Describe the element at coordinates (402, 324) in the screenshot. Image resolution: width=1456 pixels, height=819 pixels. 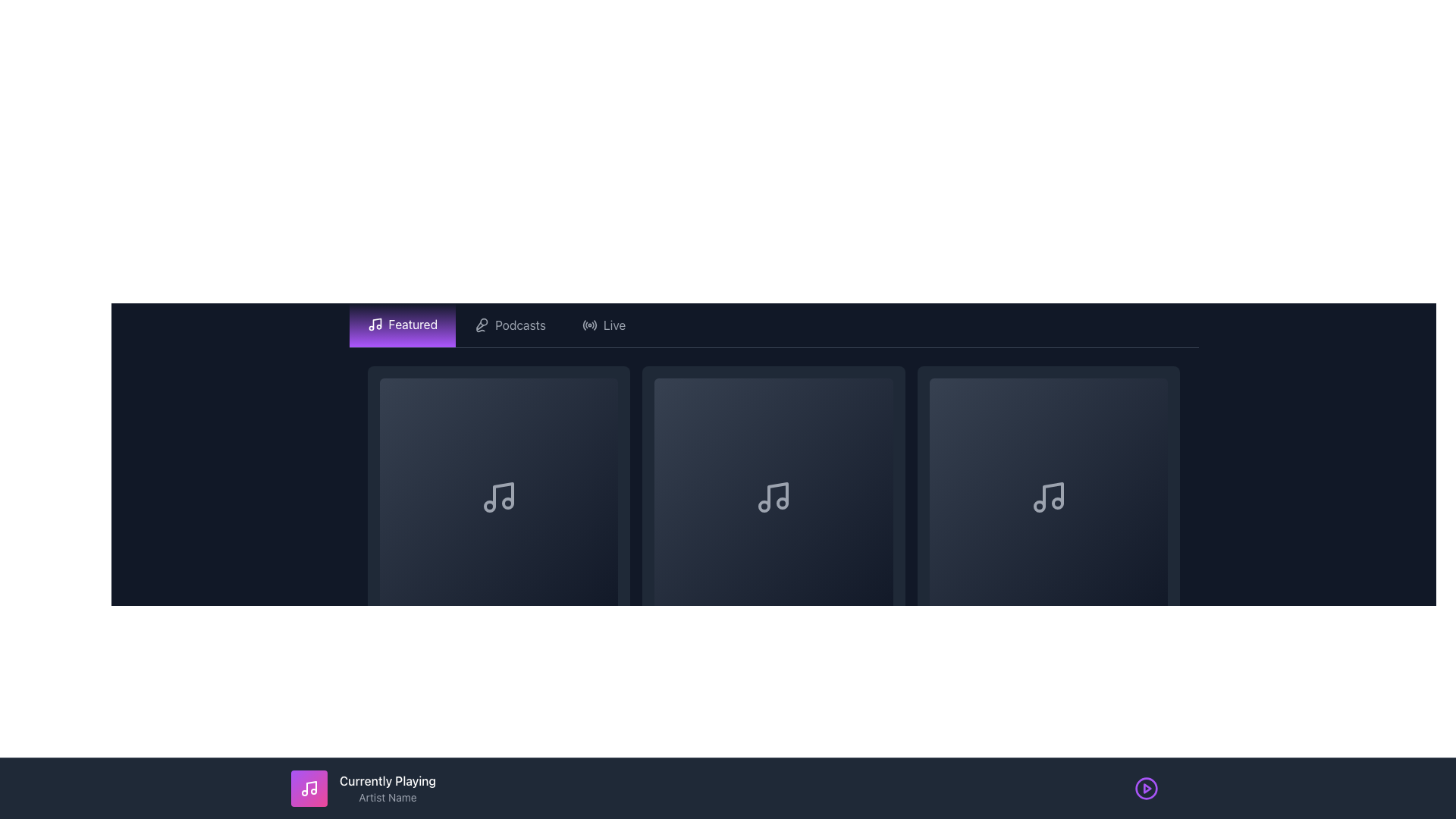
I see `the navigation button located to the immediate left of the 'Podcasts' button` at that location.